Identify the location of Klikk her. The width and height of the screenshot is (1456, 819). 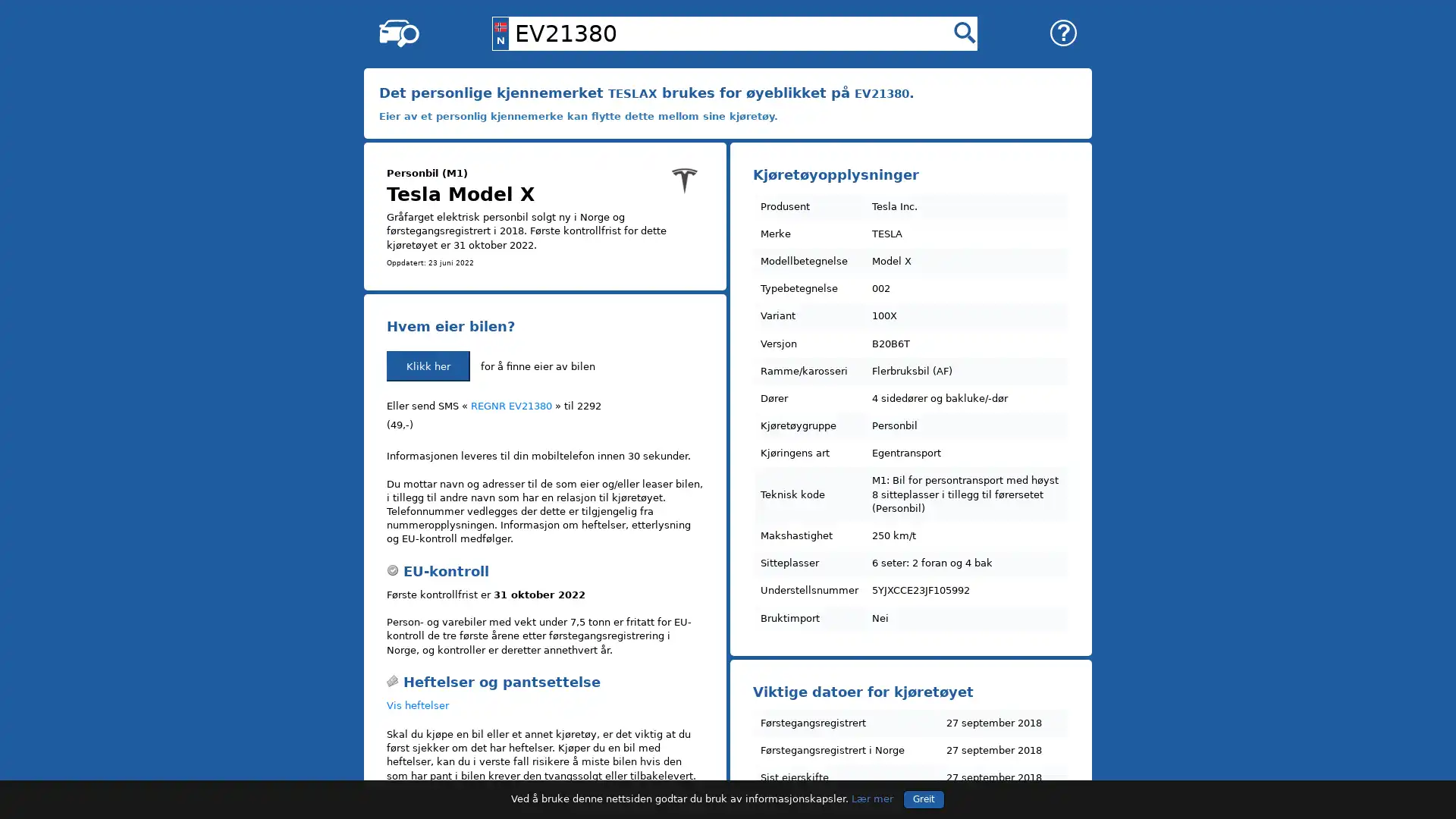
(428, 366).